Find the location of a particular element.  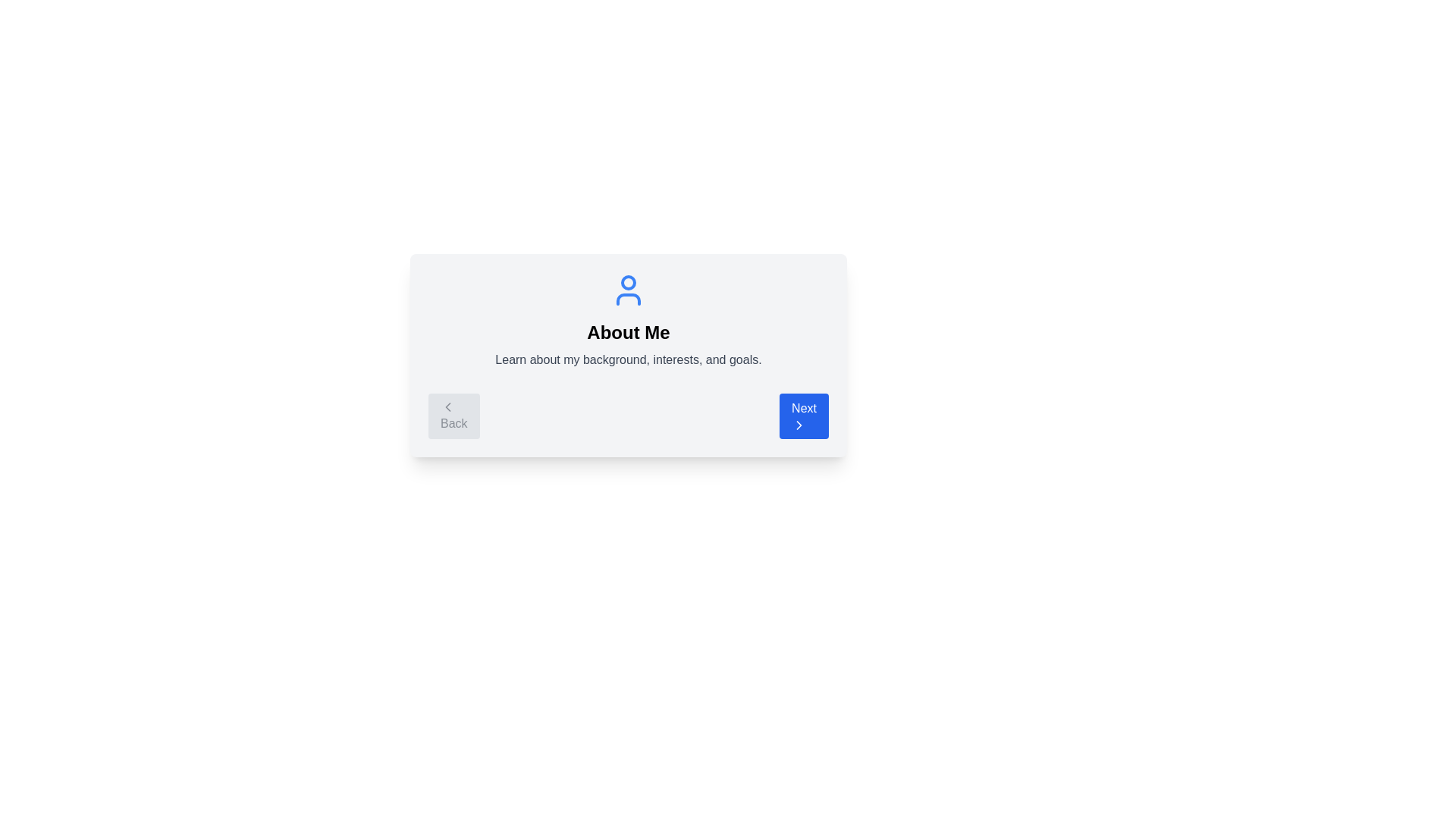

the small left-facing chevron icon, which is part of the 'Back' button located at the bottom-left corner of the visible card is located at coordinates (447, 406).